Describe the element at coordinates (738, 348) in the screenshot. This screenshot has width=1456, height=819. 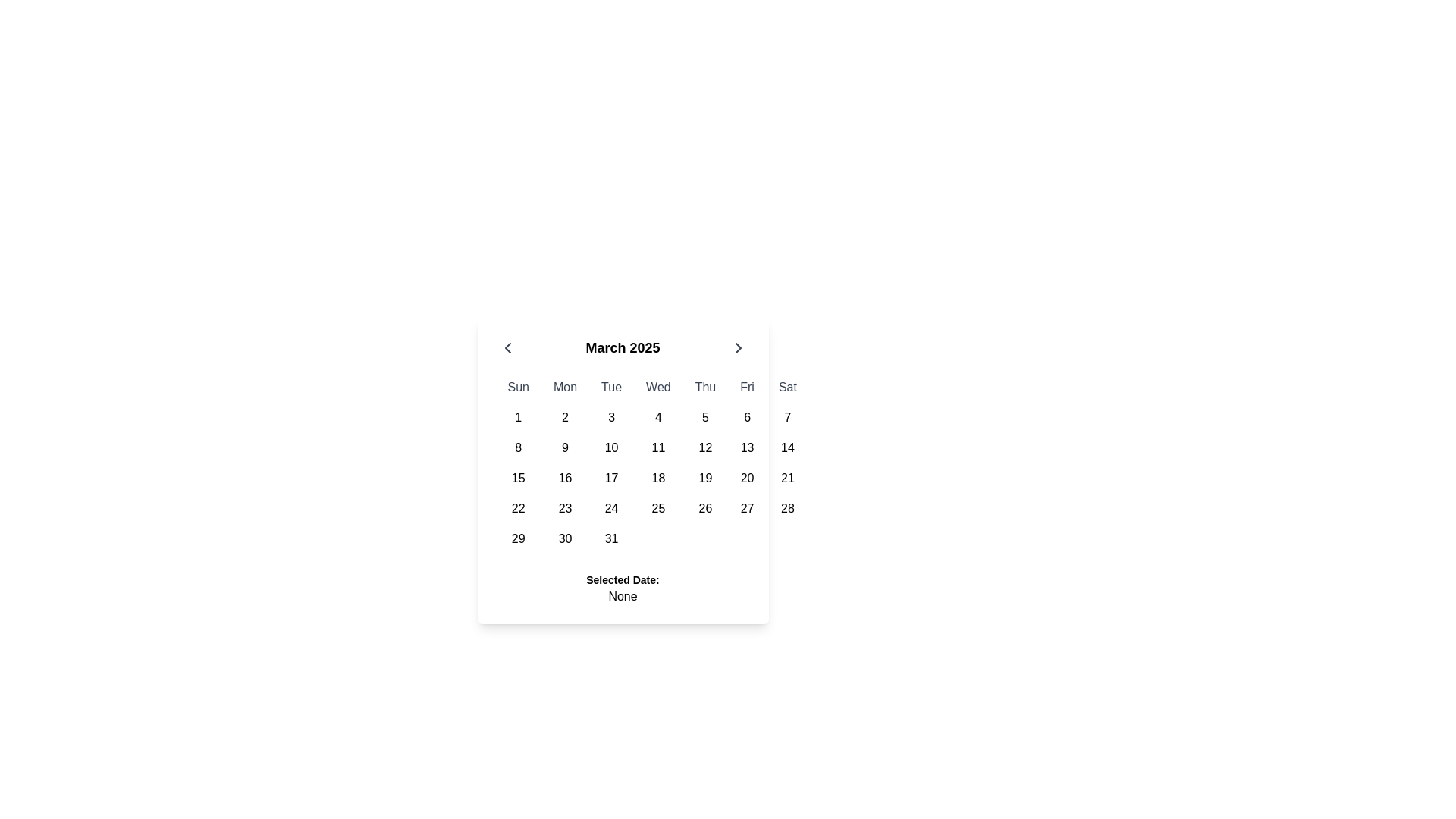
I see `the button with an embedded right-pointing arrow located at the top-right corner of the calendar widget to observe any hover effects` at that location.